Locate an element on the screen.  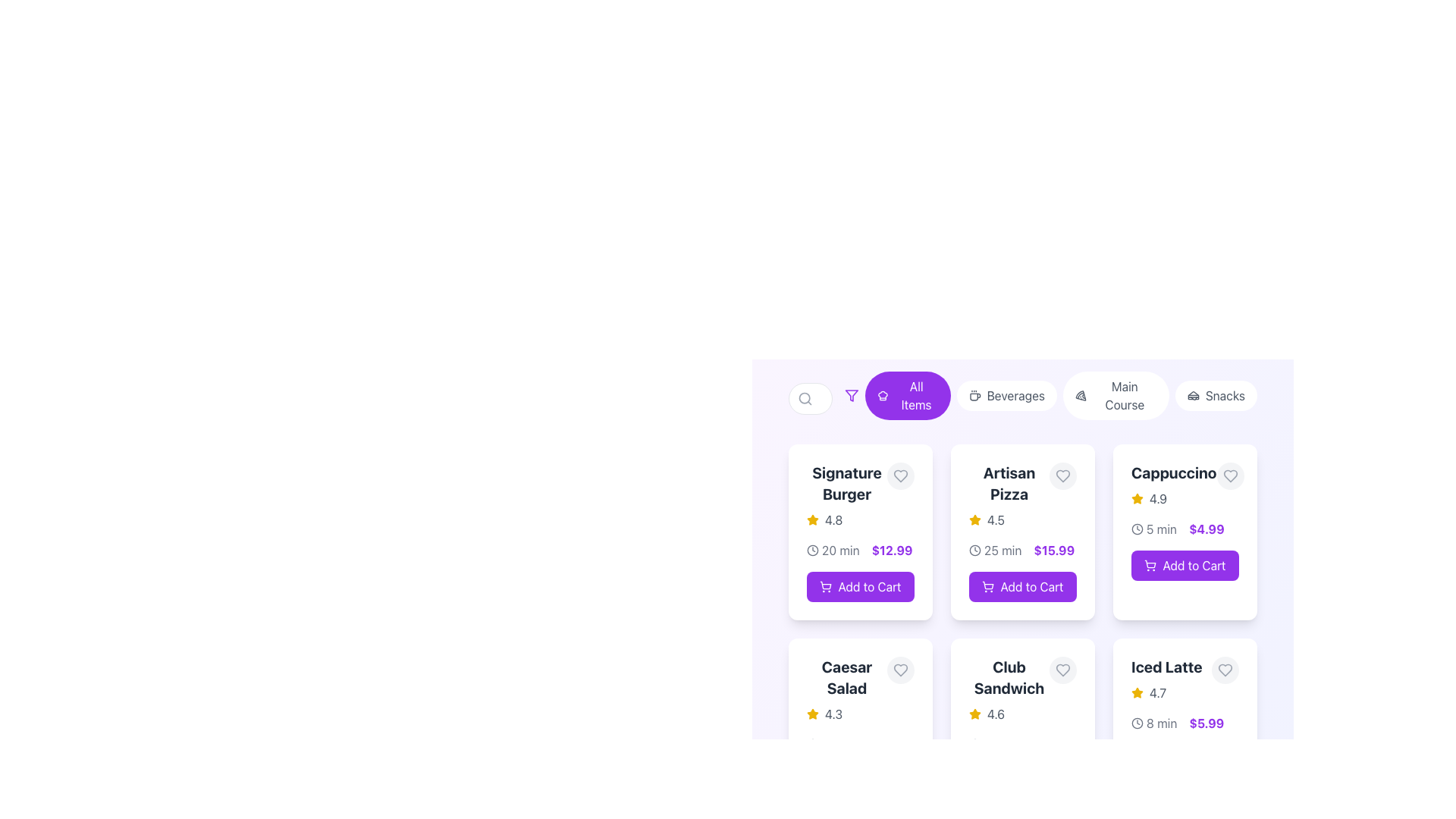
the button located at the bottom of the card for the item 'Artisan Pizza' is located at coordinates (1022, 586).